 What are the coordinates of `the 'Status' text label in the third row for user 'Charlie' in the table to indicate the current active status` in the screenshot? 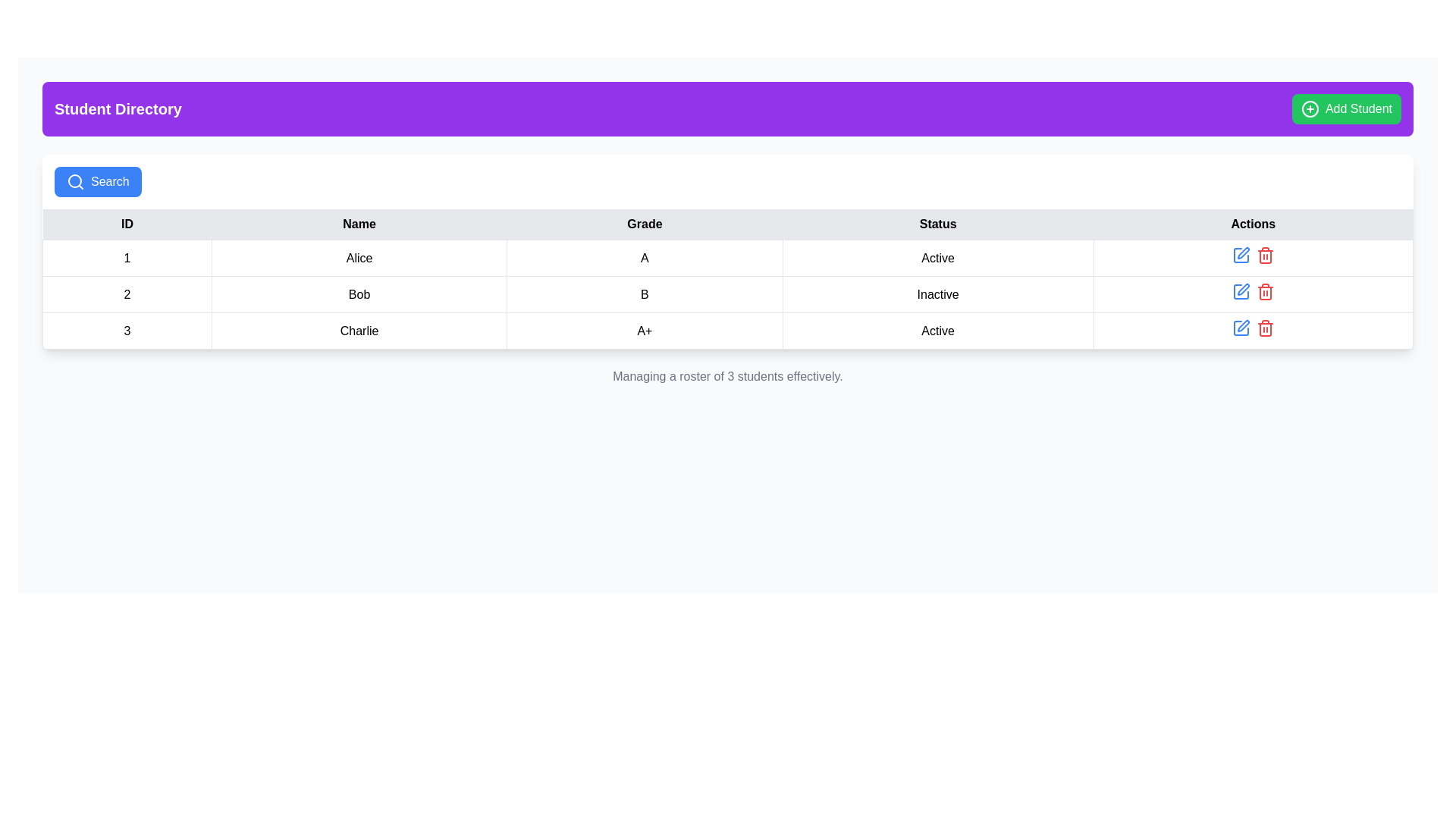 It's located at (937, 330).